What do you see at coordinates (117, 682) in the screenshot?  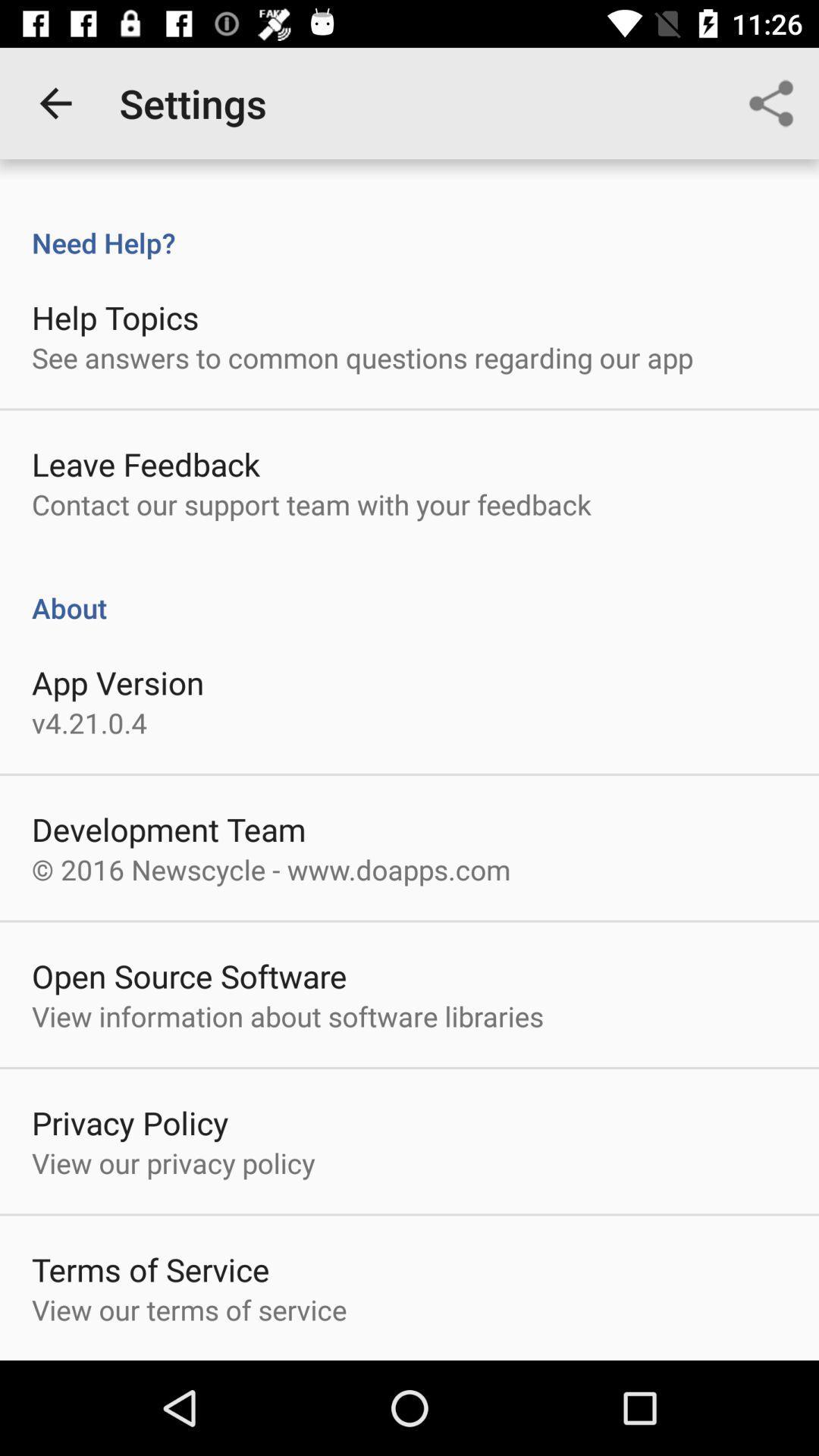 I see `item above v4 21 0 icon` at bounding box center [117, 682].